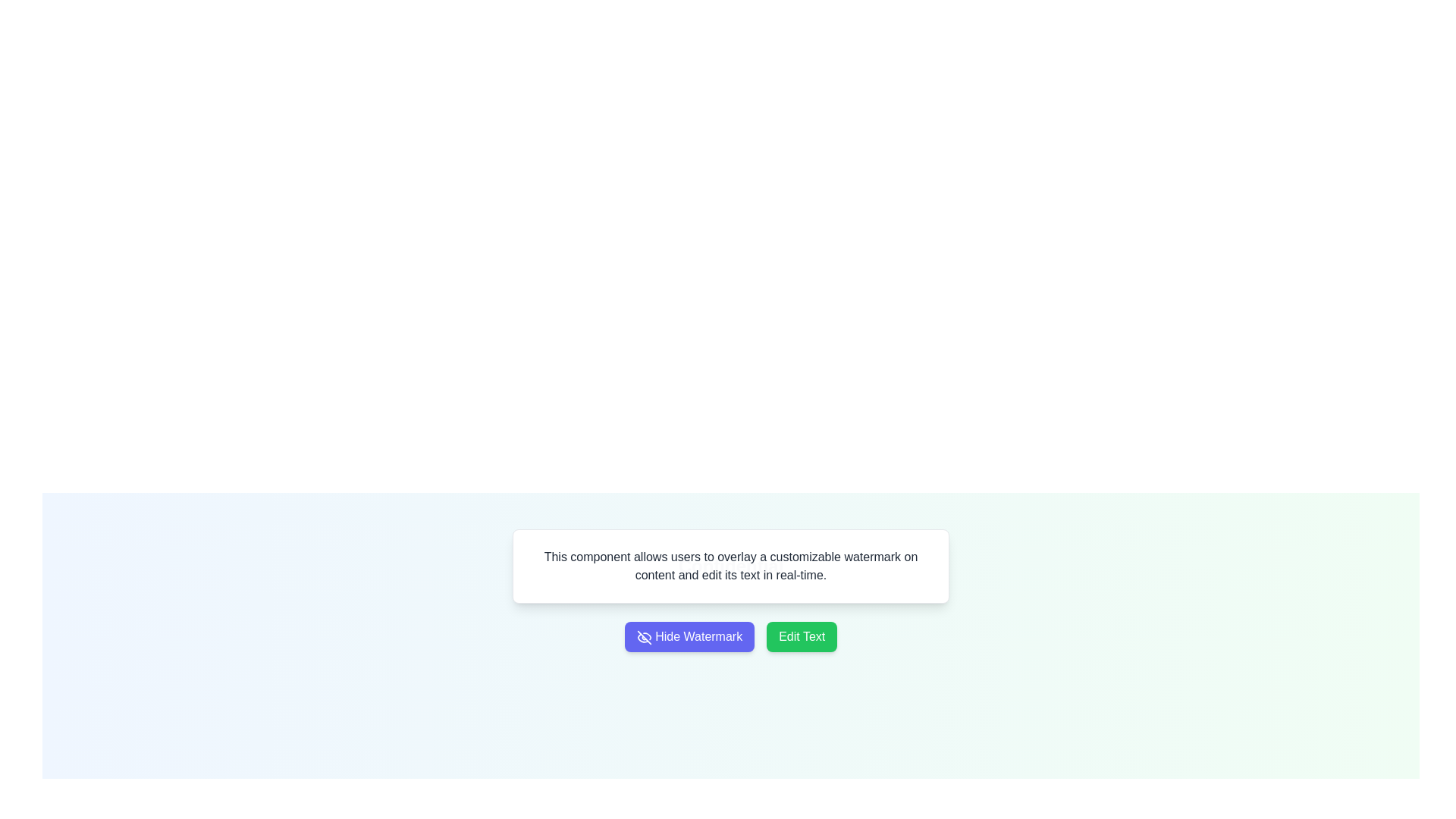  Describe the element at coordinates (689, 637) in the screenshot. I see `the button with a purple background and the text 'Hide Watermark'` at that location.